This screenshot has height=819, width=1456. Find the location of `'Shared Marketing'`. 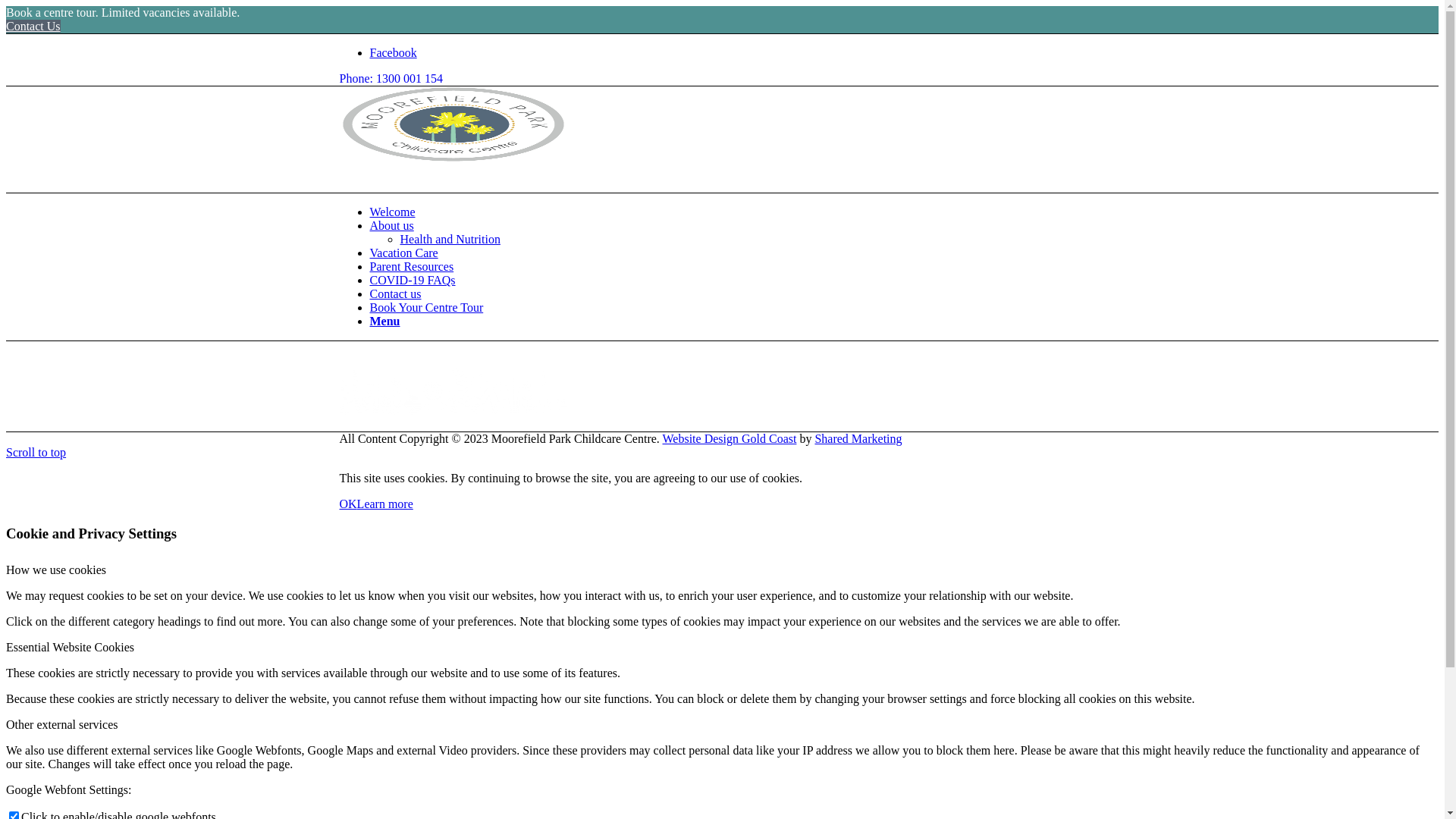

'Shared Marketing' is located at coordinates (858, 438).